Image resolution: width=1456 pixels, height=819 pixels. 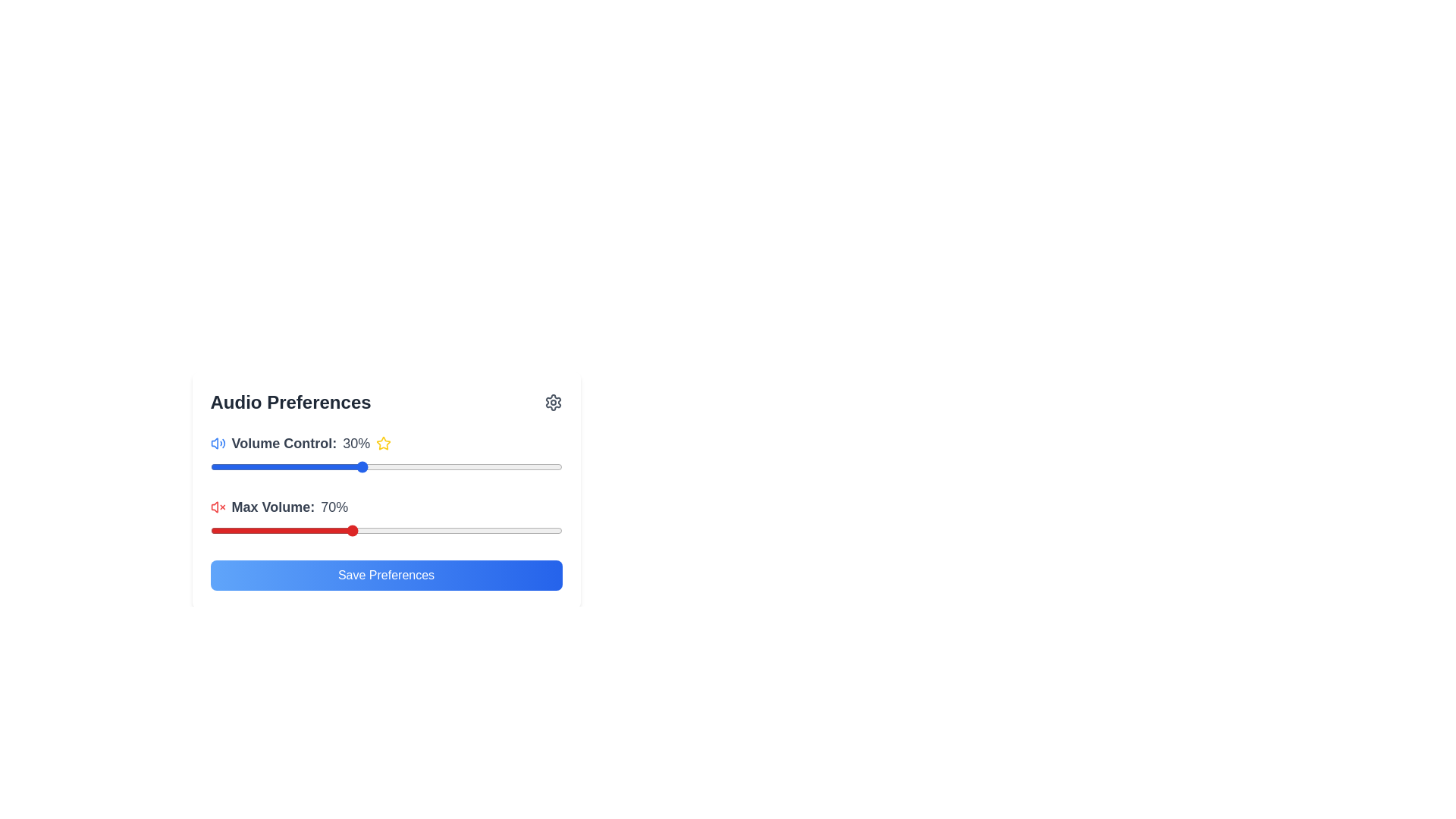 What do you see at coordinates (386, 576) in the screenshot?
I see `the 'Submit' button located at the bottom of the 'Audio Preferences' section` at bounding box center [386, 576].